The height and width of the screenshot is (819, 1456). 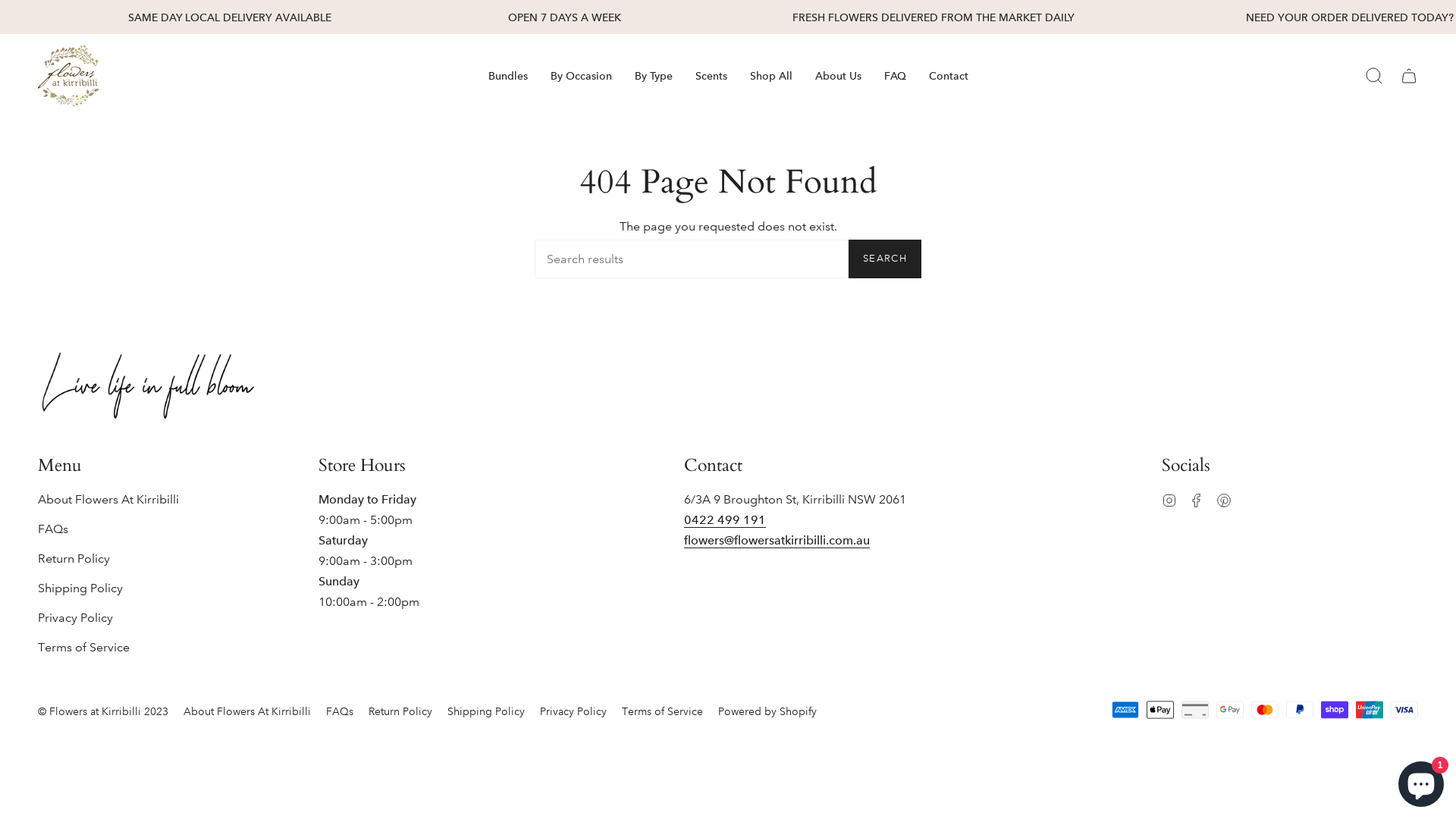 I want to click on 'Return Policy', so click(x=400, y=711).